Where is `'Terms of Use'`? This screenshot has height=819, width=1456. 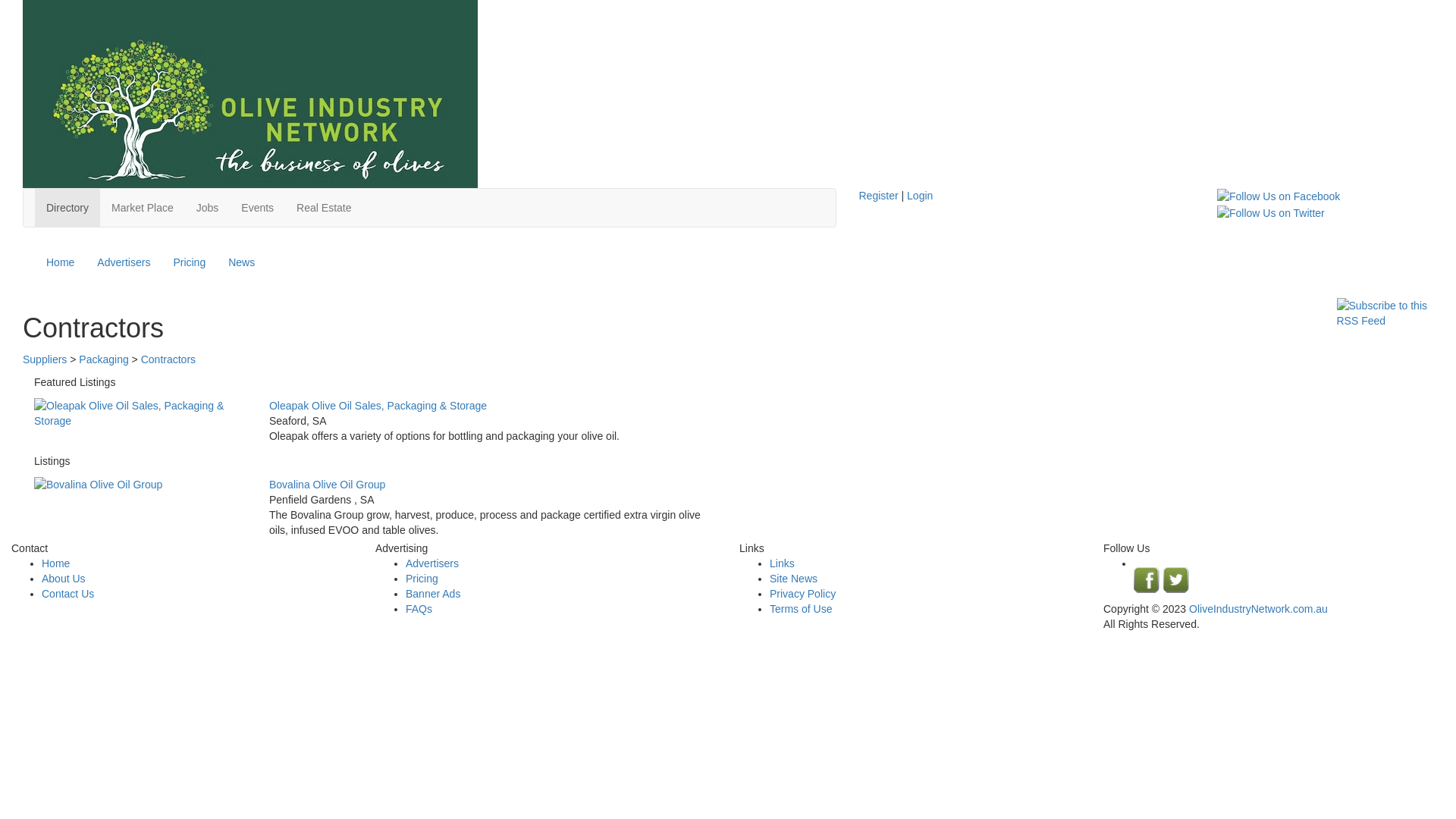
'Terms of Use' is located at coordinates (800, 607).